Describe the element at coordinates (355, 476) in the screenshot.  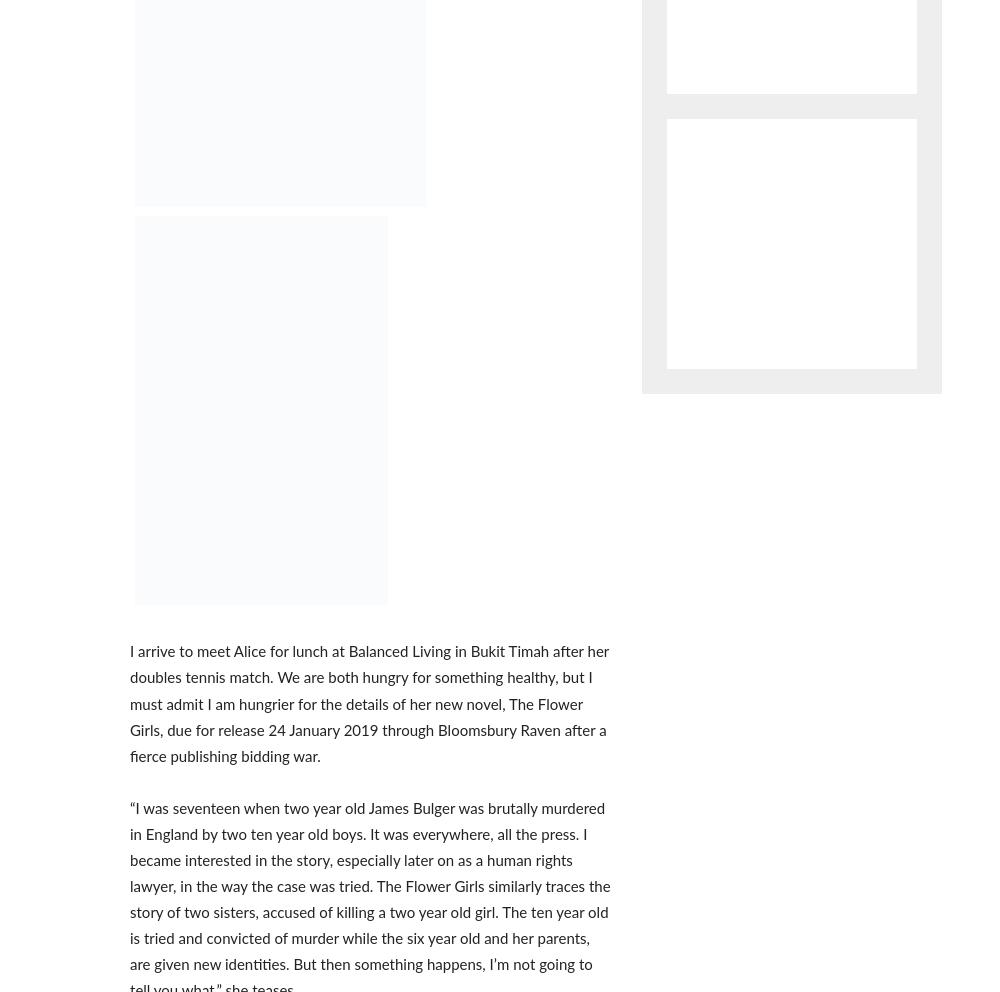
I see `'Australian High Commission: Ready, steady, GREEN!'` at that location.